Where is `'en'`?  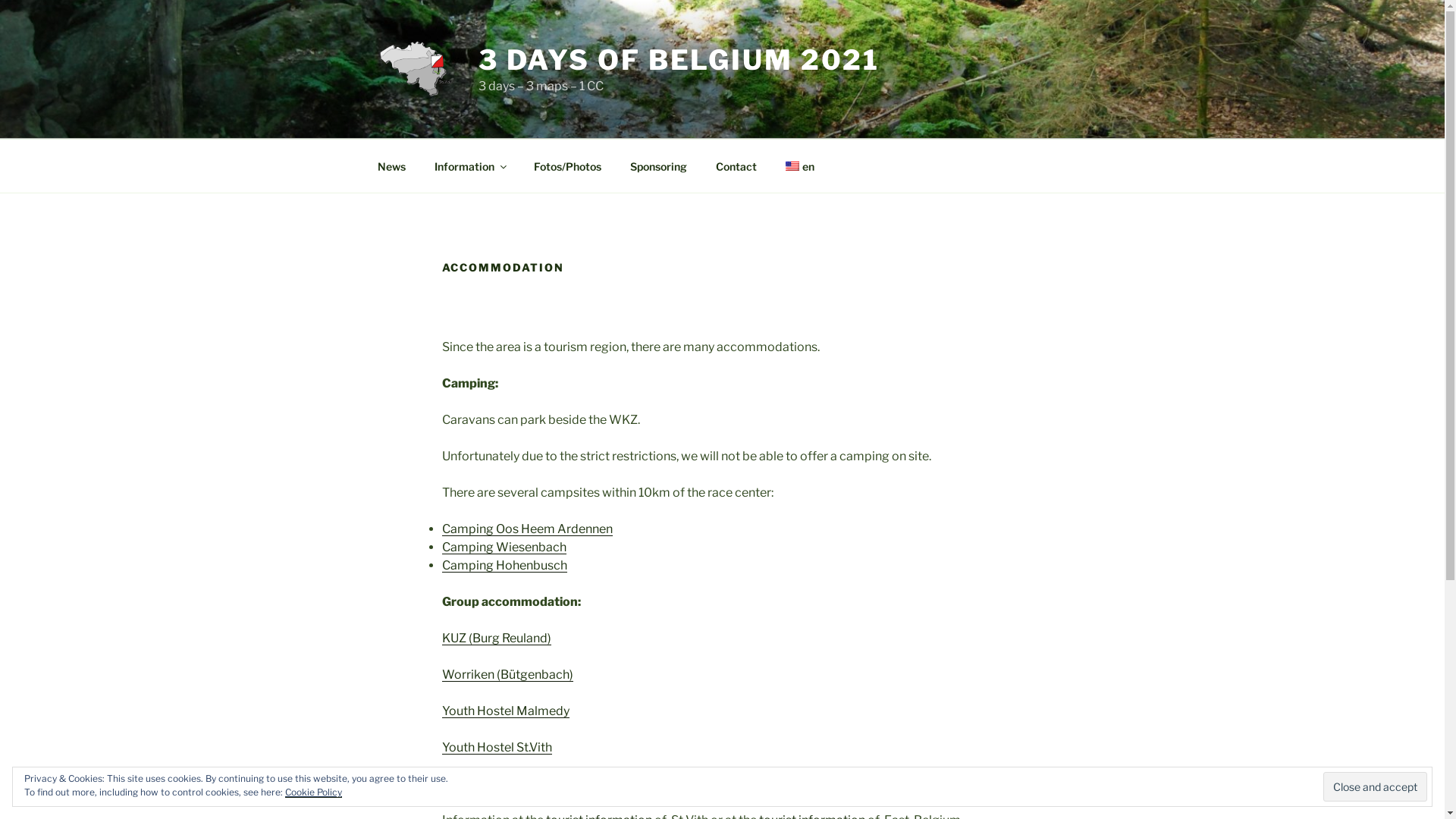 'en' is located at coordinates (799, 165).